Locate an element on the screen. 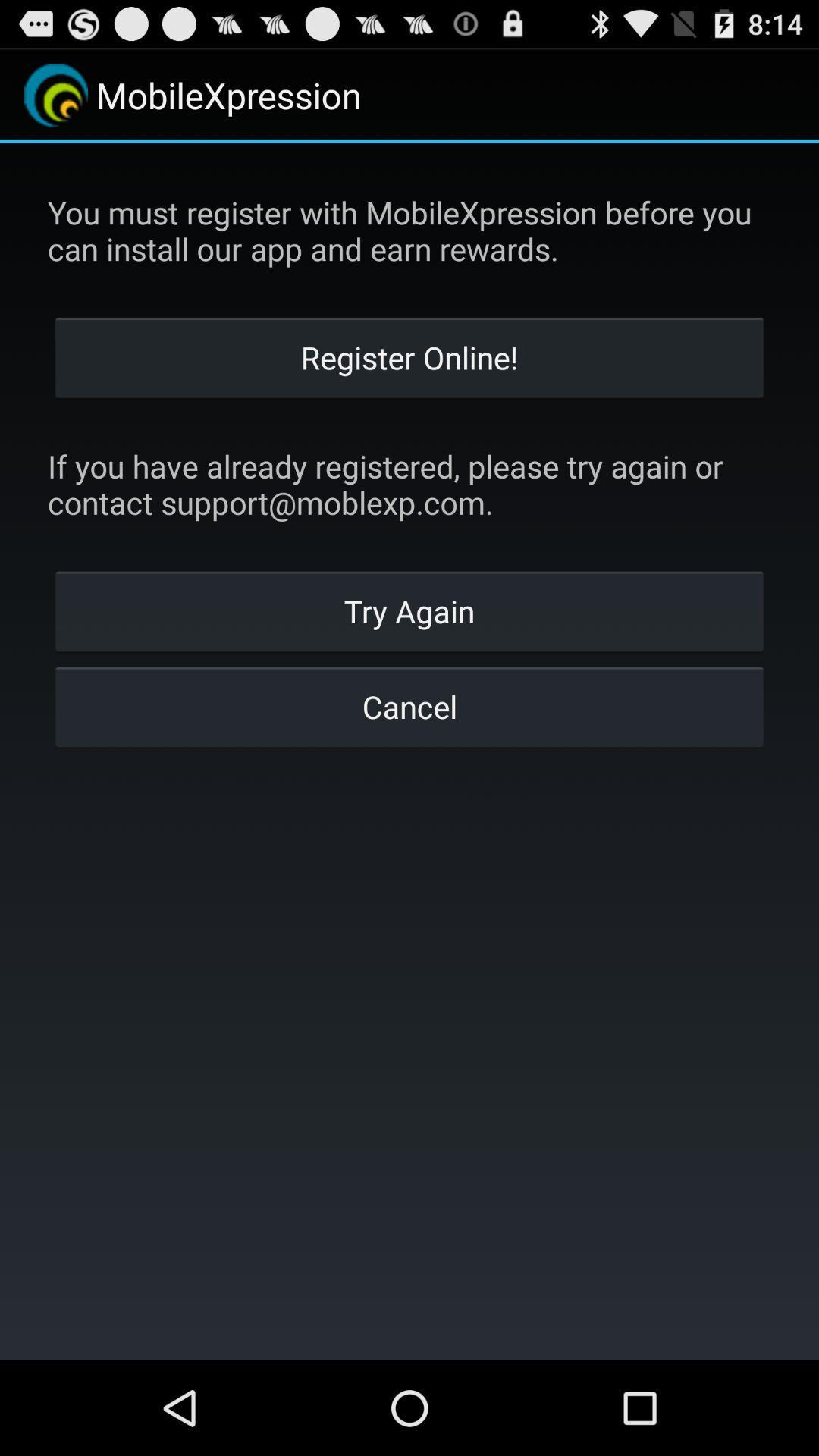 This screenshot has width=819, height=1456. cancel item is located at coordinates (409, 705).